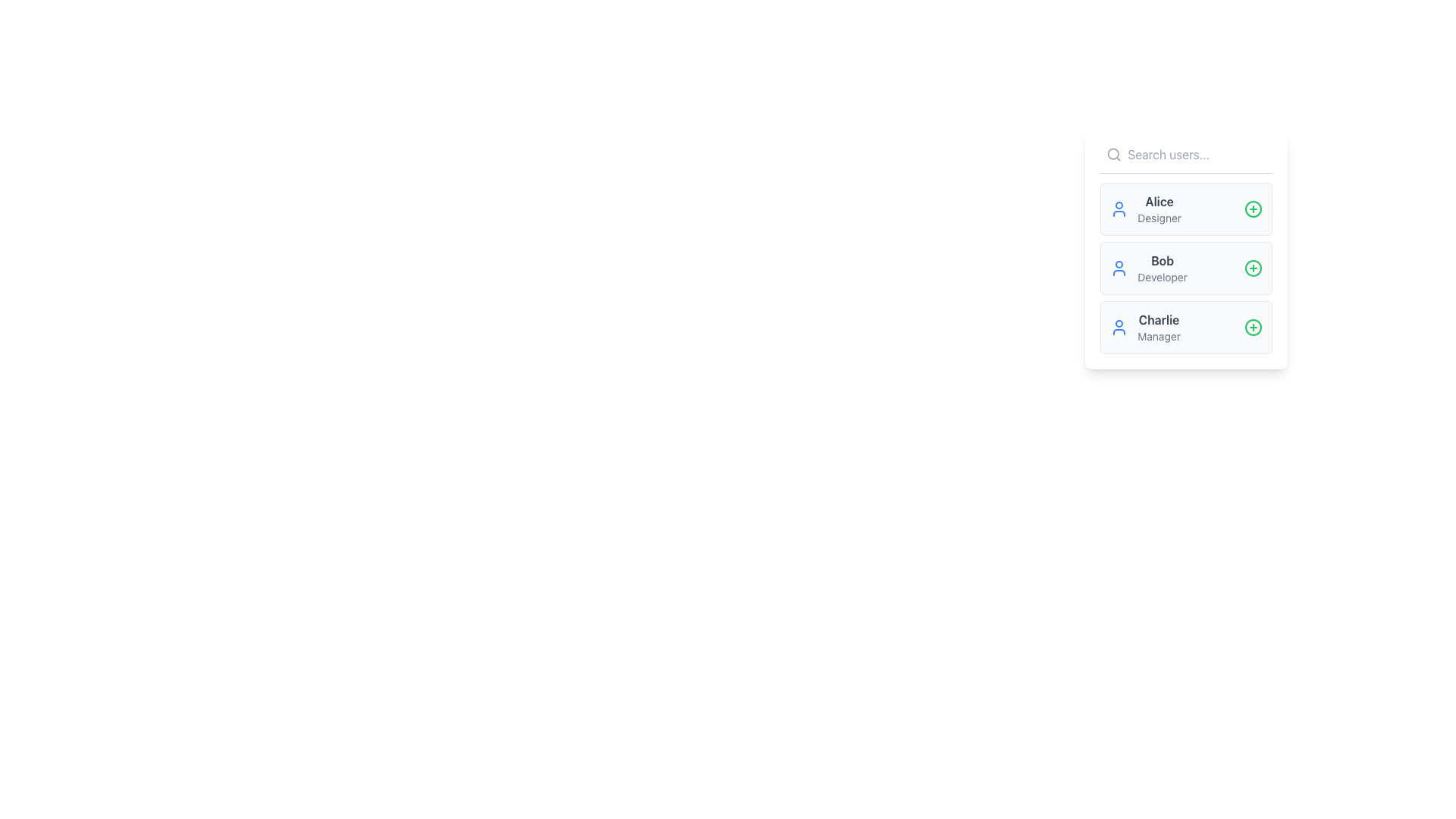  I want to click on the circular green icon with a plus sign located to the right of the text 'Bob' in the vertical list, so click(1253, 268).